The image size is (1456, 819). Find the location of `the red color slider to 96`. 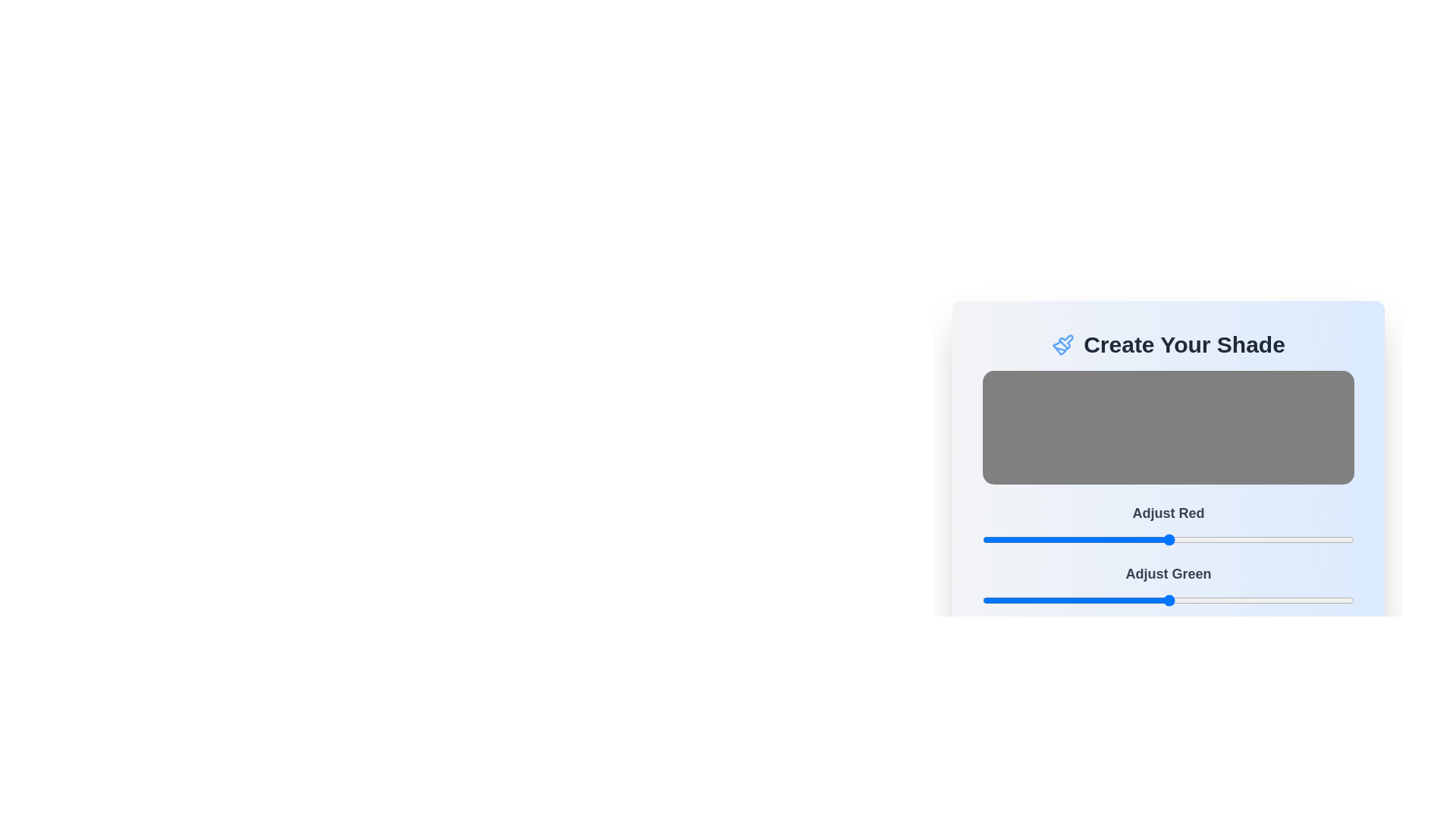

the red color slider to 96 is located at coordinates (1122, 539).